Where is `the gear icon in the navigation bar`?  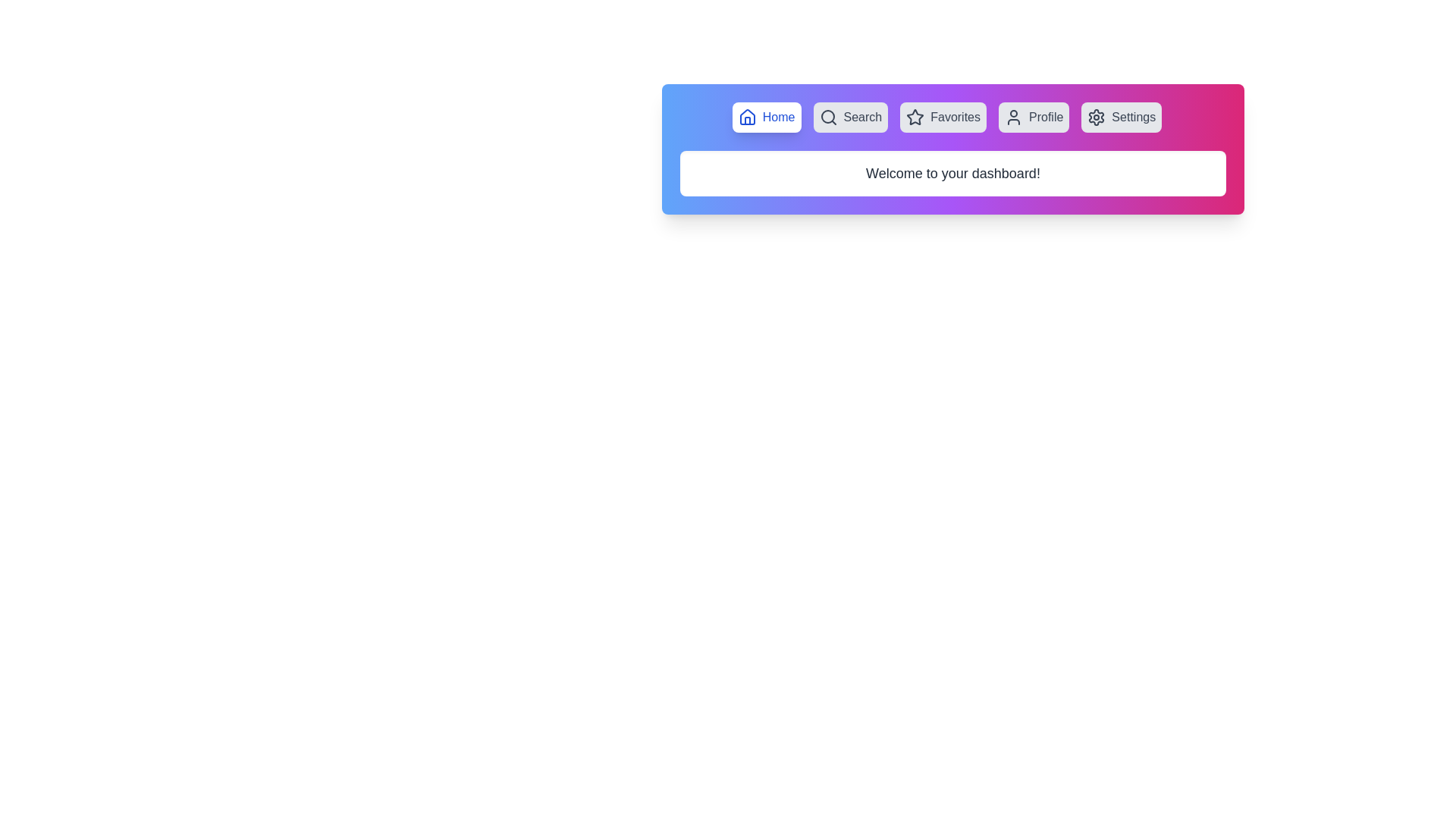
the gear icon in the navigation bar is located at coordinates (1097, 116).